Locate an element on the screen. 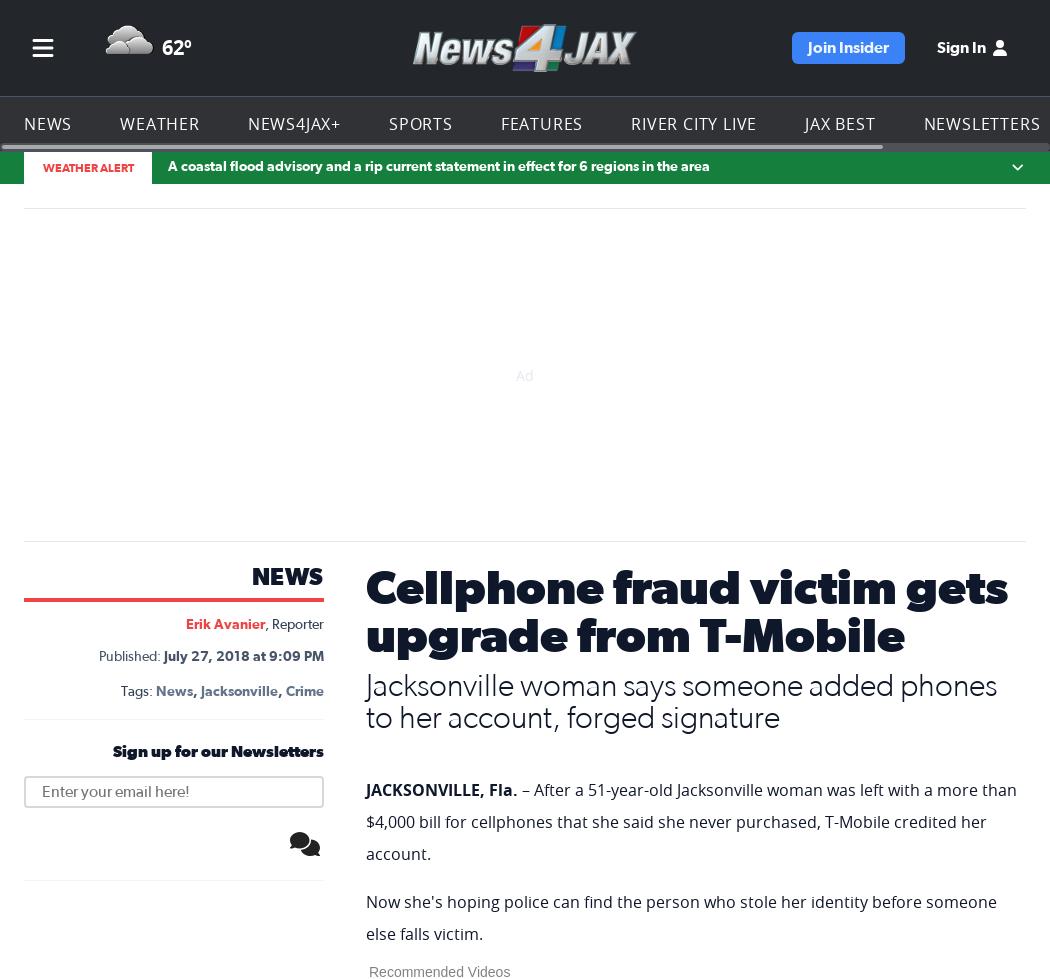 This screenshot has width=1050, height=979. 'A T-Mobile executive later reached out to Edwards about her complaint. She said the company credited her account and upgraded her account to VIP status.' is located at coordinates (684, 466).